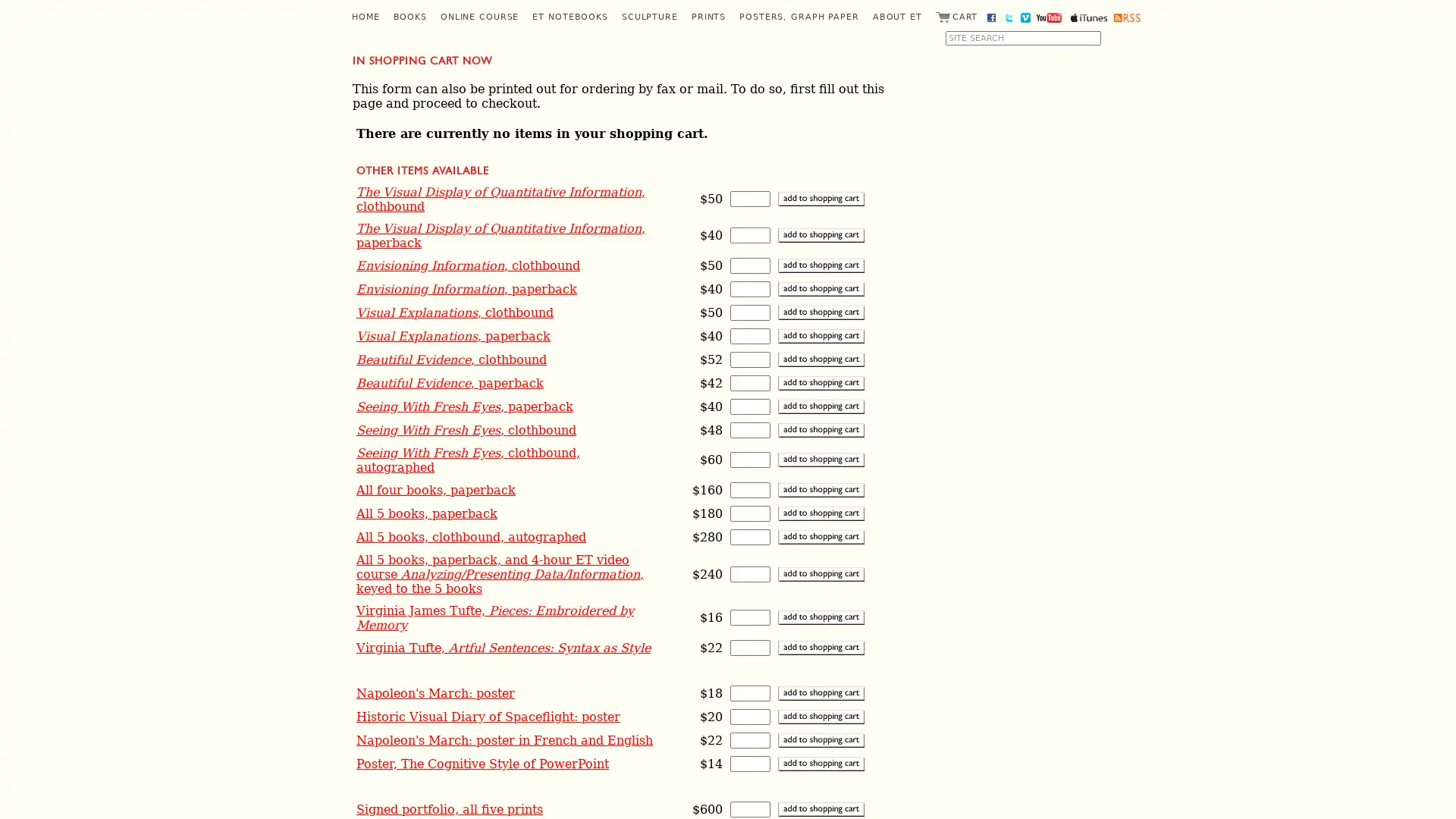 This screenshot has width=1456, height=819. Describe the element at coordinates (821, 692) in the screenshot. I see `add to shopping cart` at that location.